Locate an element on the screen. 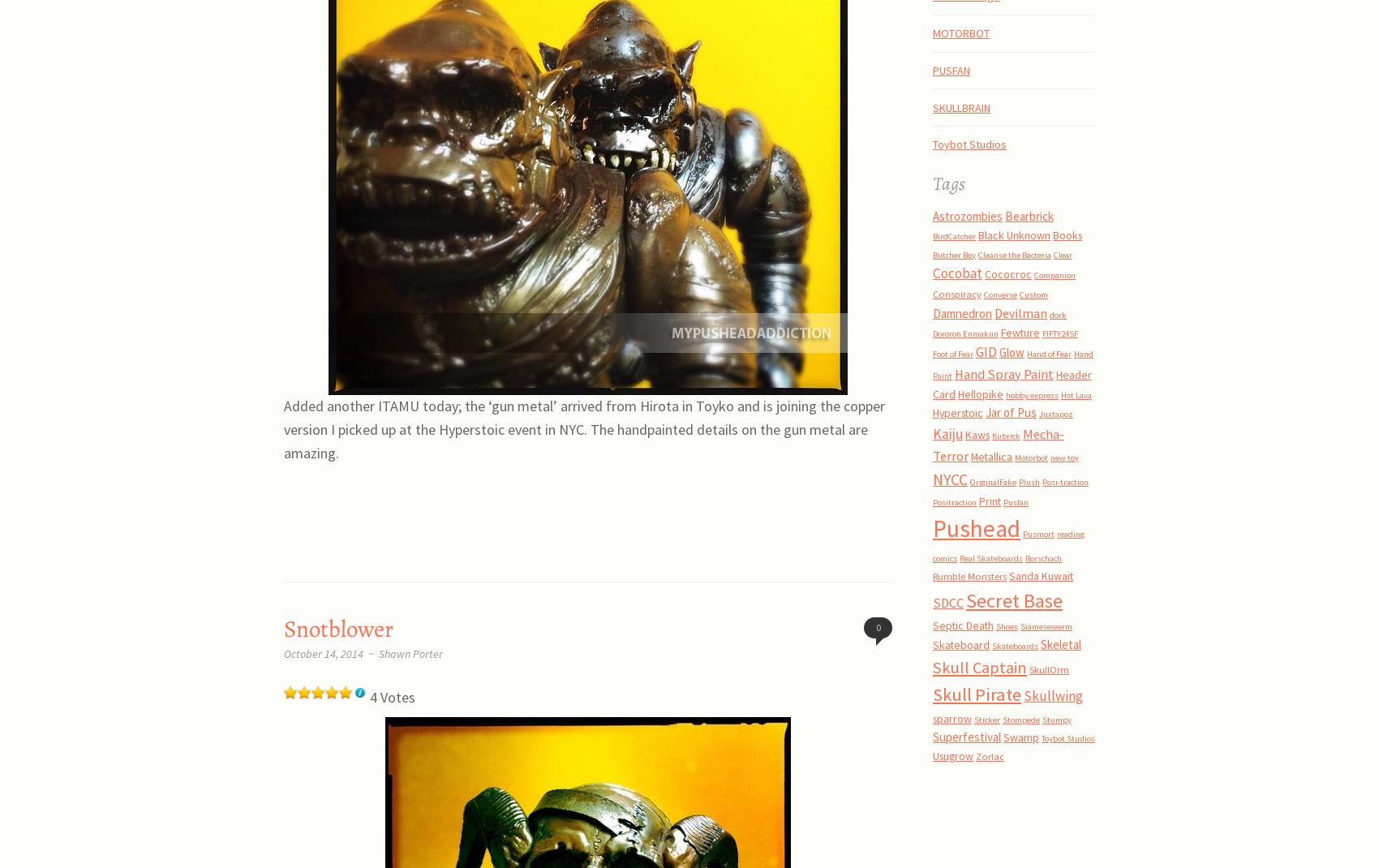 The image size is (1379, 868). 'Conspiracy' is located at coordinates (956, 293).